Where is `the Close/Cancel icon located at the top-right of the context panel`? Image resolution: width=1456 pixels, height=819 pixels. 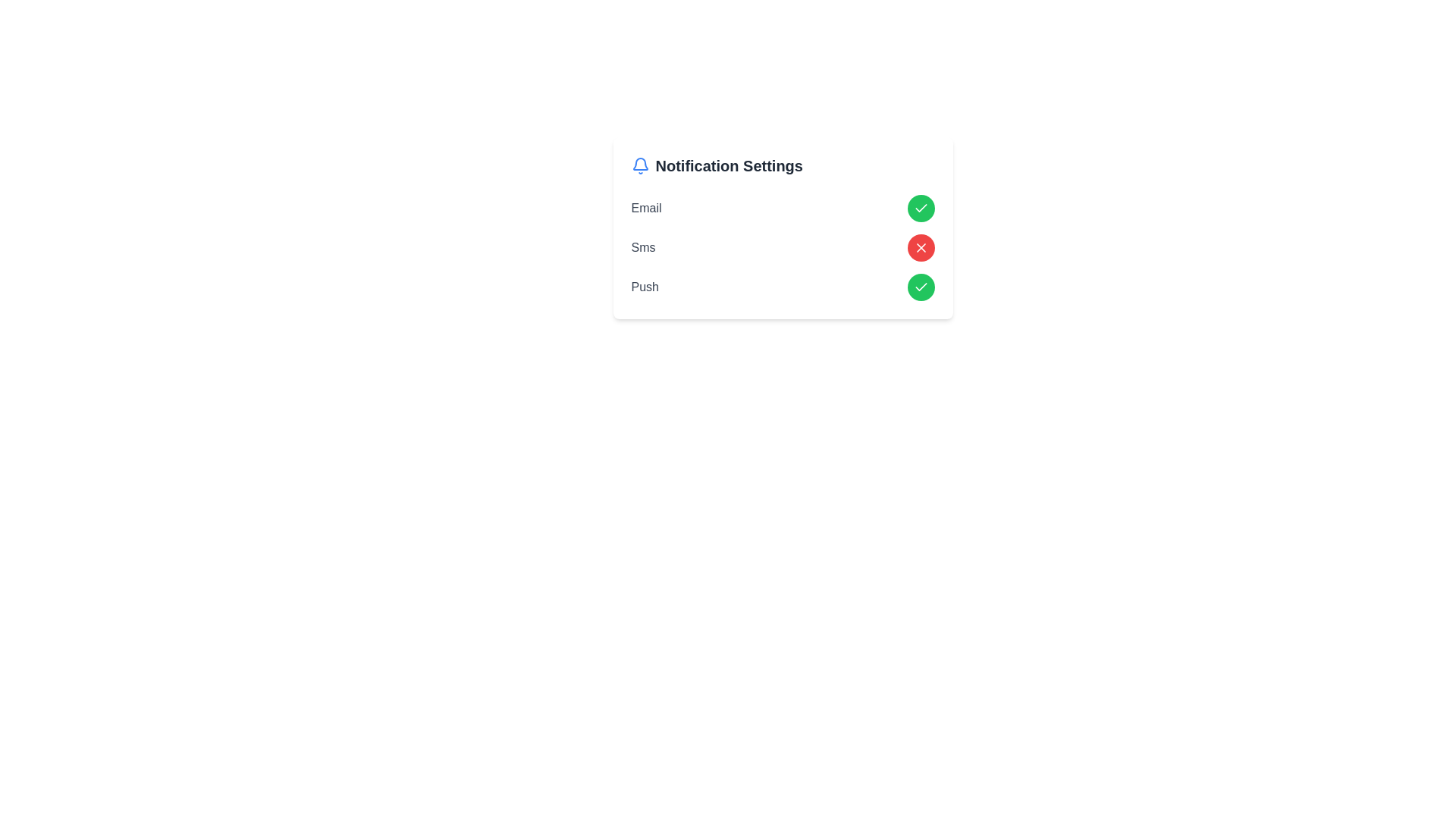 the Close/Cancel icon located at the top-right of the context panel is located at coordinates (920, 247).